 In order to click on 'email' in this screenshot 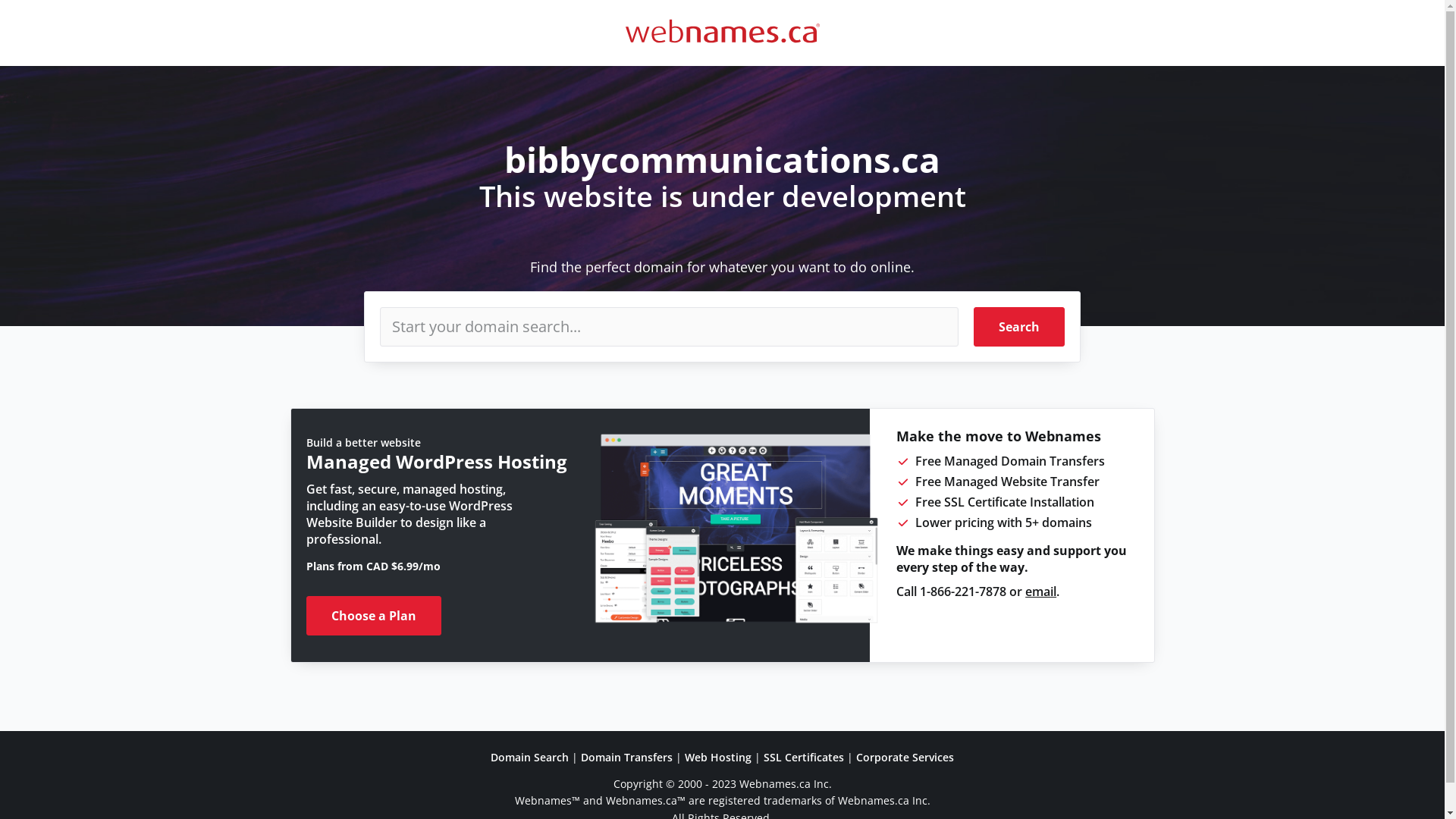, I will do `click(1040, 590)`.